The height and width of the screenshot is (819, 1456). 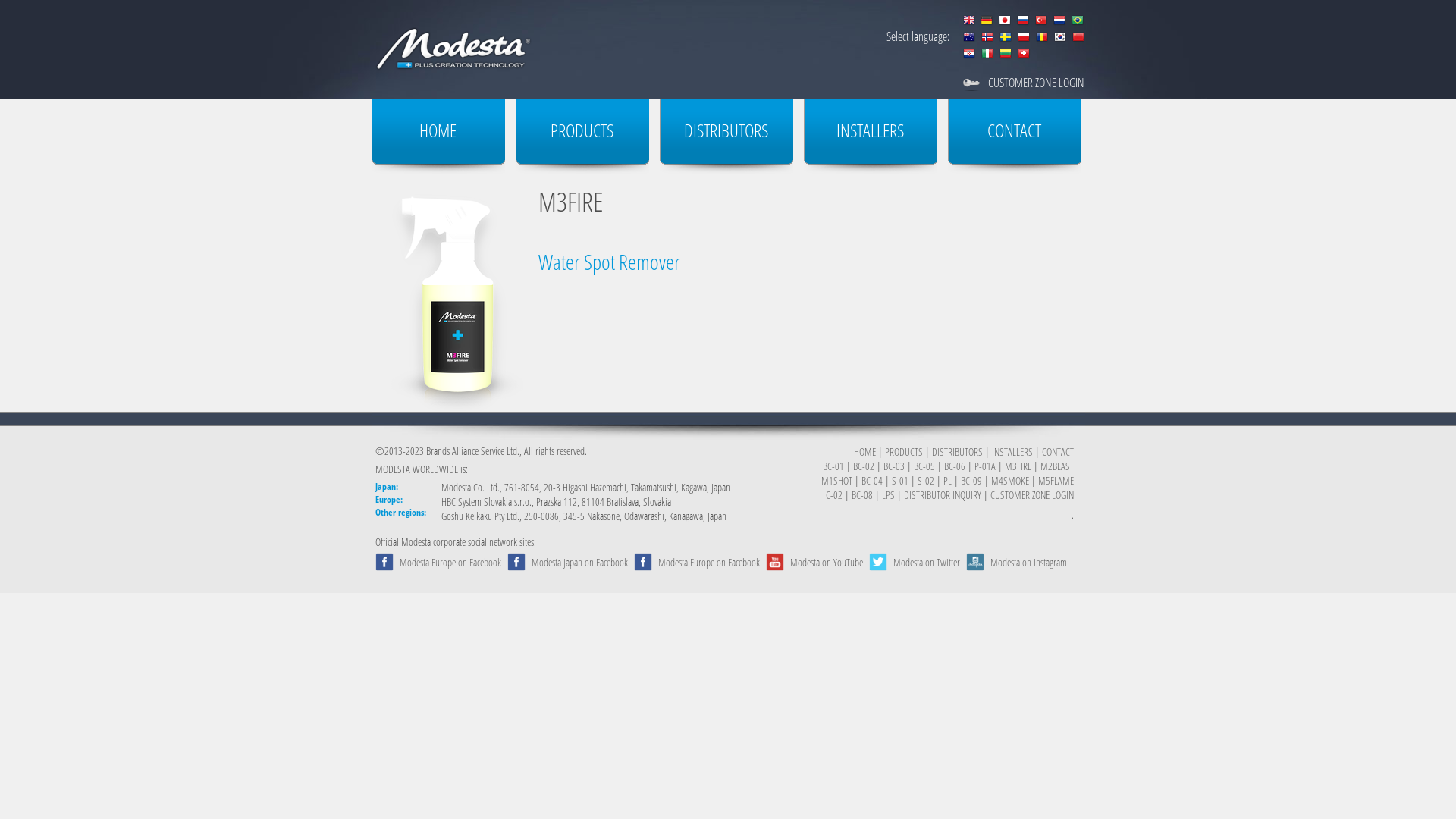 I want to click on 'Modesta Europe on Facebook', so click(x=450, y=562).